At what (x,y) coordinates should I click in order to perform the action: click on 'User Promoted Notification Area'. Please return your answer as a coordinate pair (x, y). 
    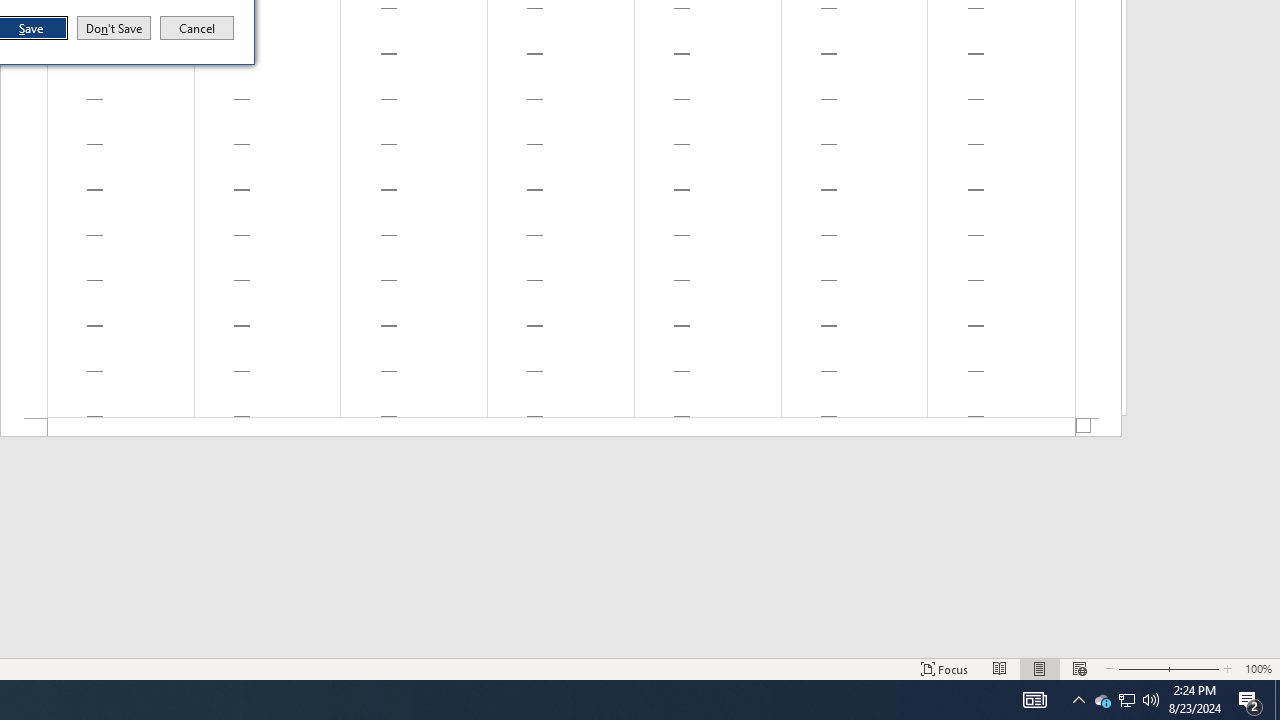
    Looking at the image, I should click on (1127, 698).